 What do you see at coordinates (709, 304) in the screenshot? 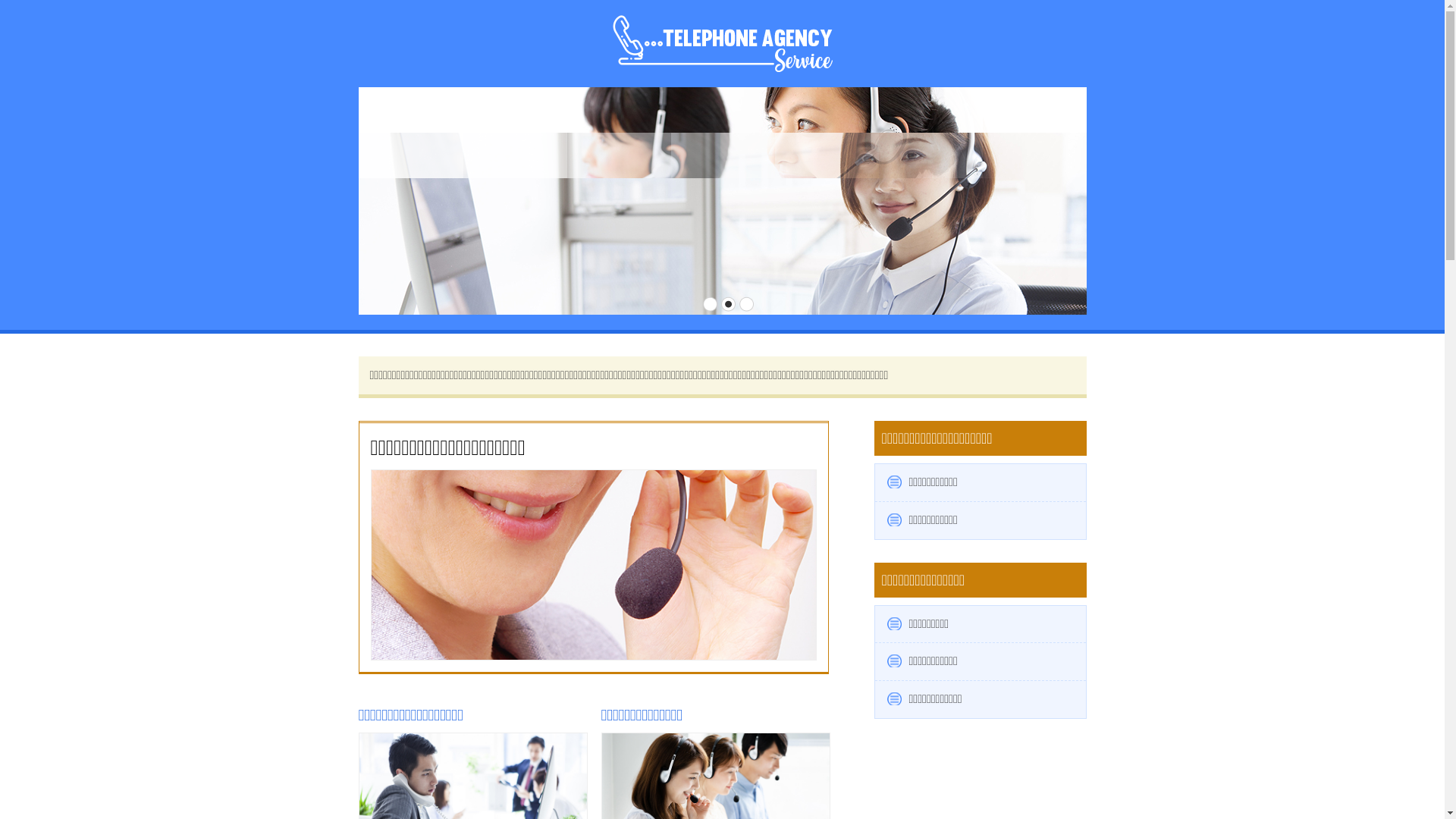
I see `'1'` at bounding box center [709, 304].